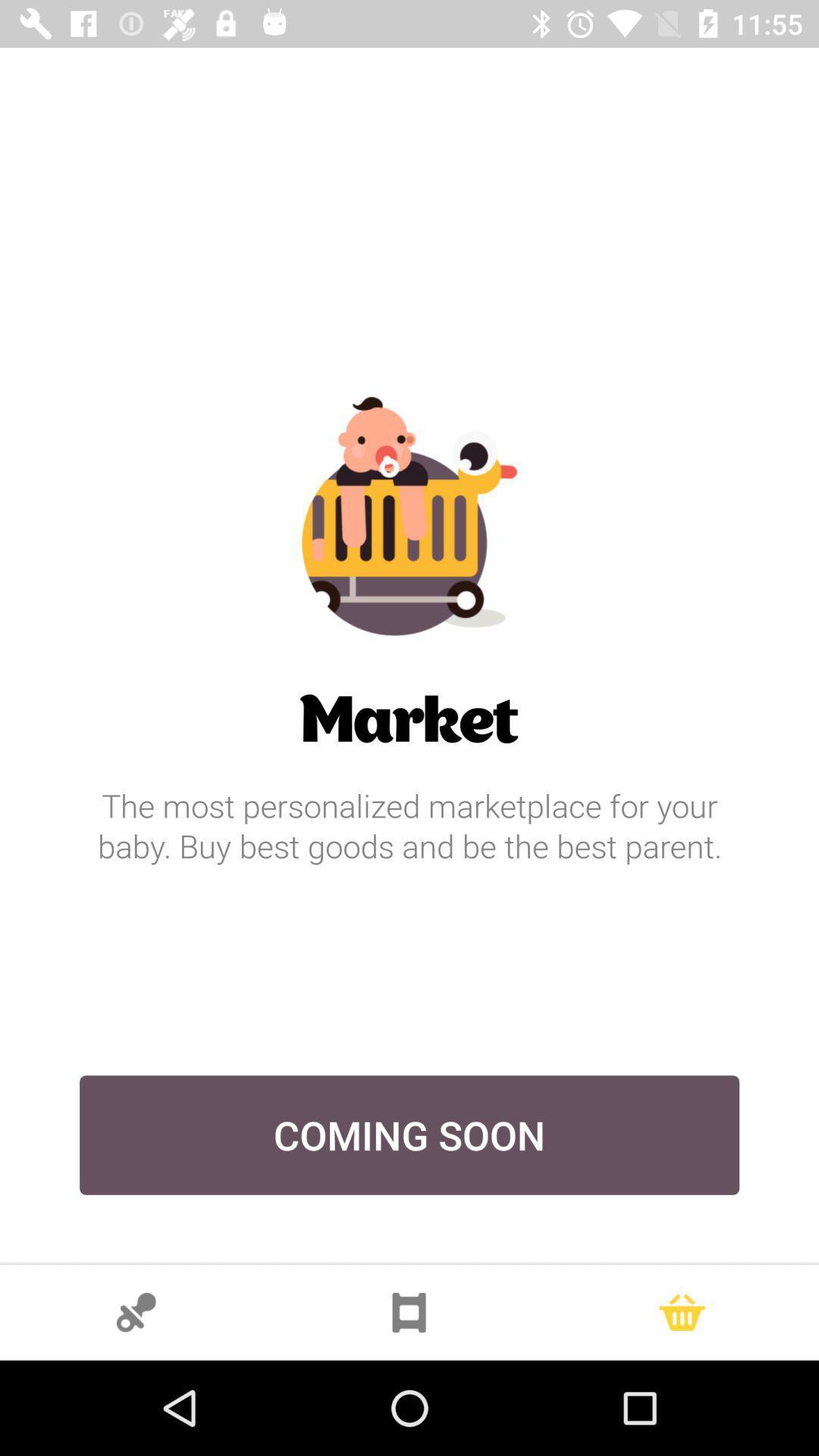 The height and width of the screenshot is (1456, 819). I want to click on item below the most personalized icon, so click(409, 1135).